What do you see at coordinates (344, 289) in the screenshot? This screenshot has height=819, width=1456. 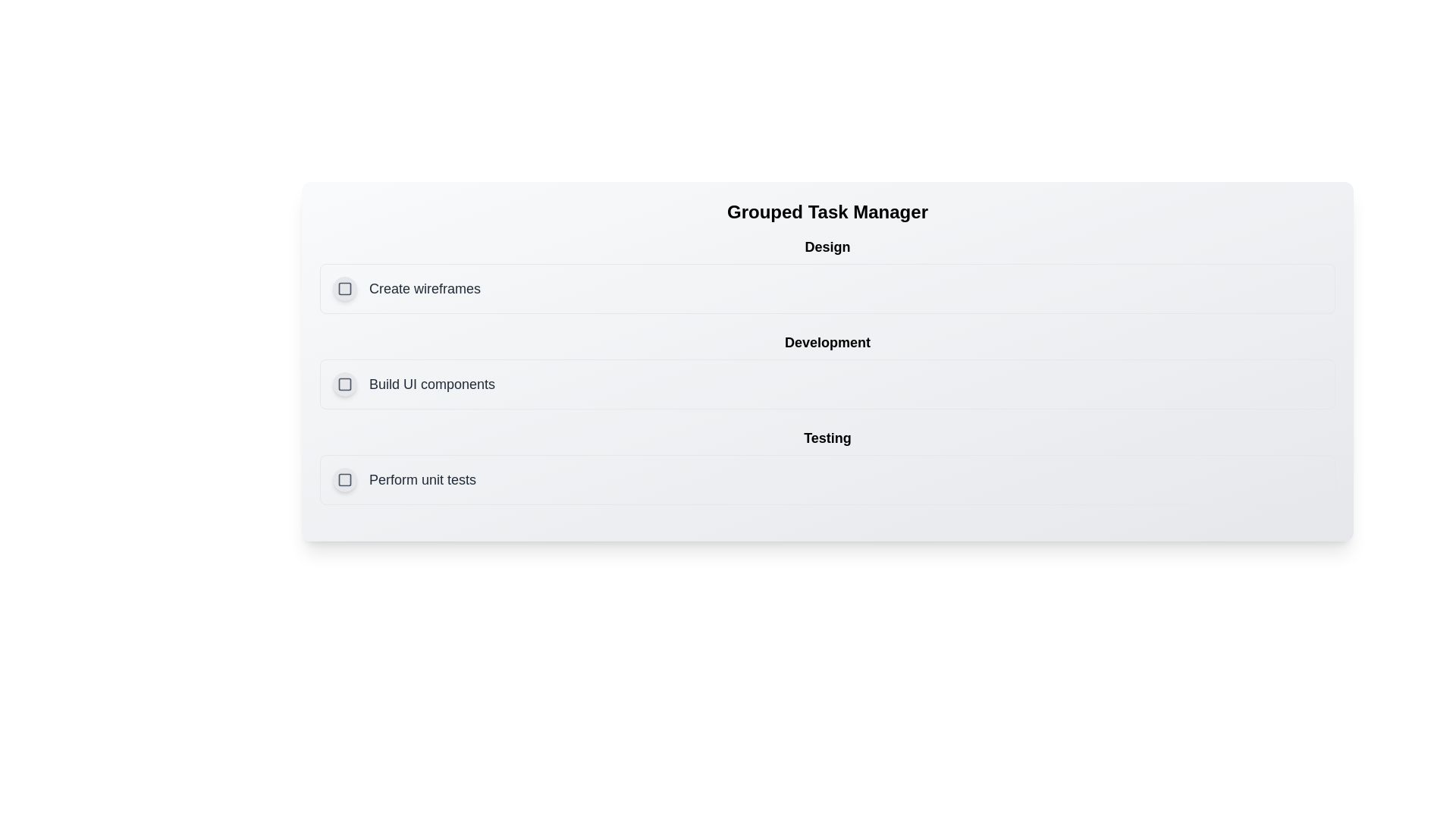 I see `the square outline icon styled as a selection indicator located at the leftmost side of the 'Create wireframes' row in the 'Design' section` at bounding box center [344, 289].